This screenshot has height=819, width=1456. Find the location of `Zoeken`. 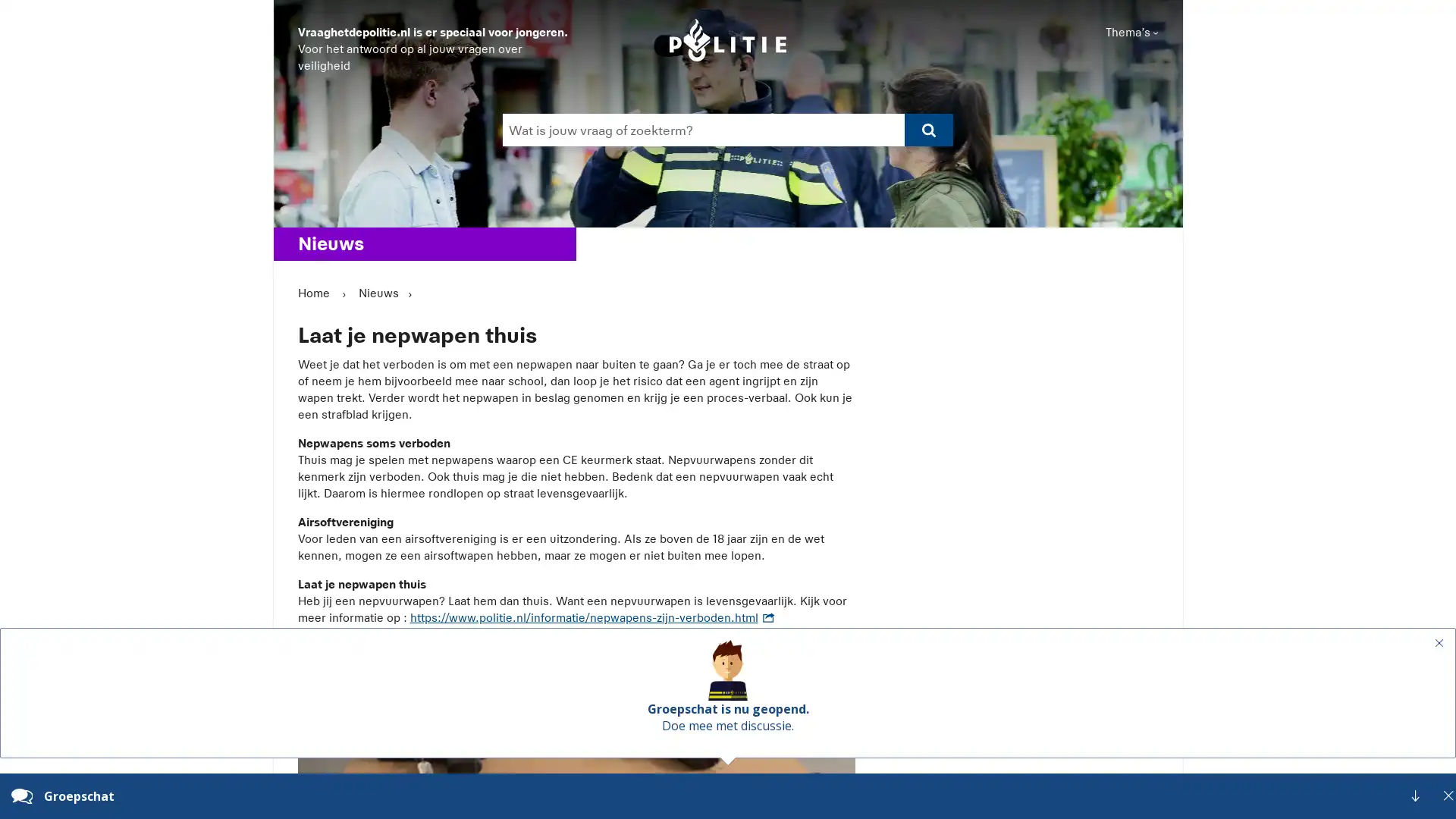

Zoeken is located at coordinates (726, 146).